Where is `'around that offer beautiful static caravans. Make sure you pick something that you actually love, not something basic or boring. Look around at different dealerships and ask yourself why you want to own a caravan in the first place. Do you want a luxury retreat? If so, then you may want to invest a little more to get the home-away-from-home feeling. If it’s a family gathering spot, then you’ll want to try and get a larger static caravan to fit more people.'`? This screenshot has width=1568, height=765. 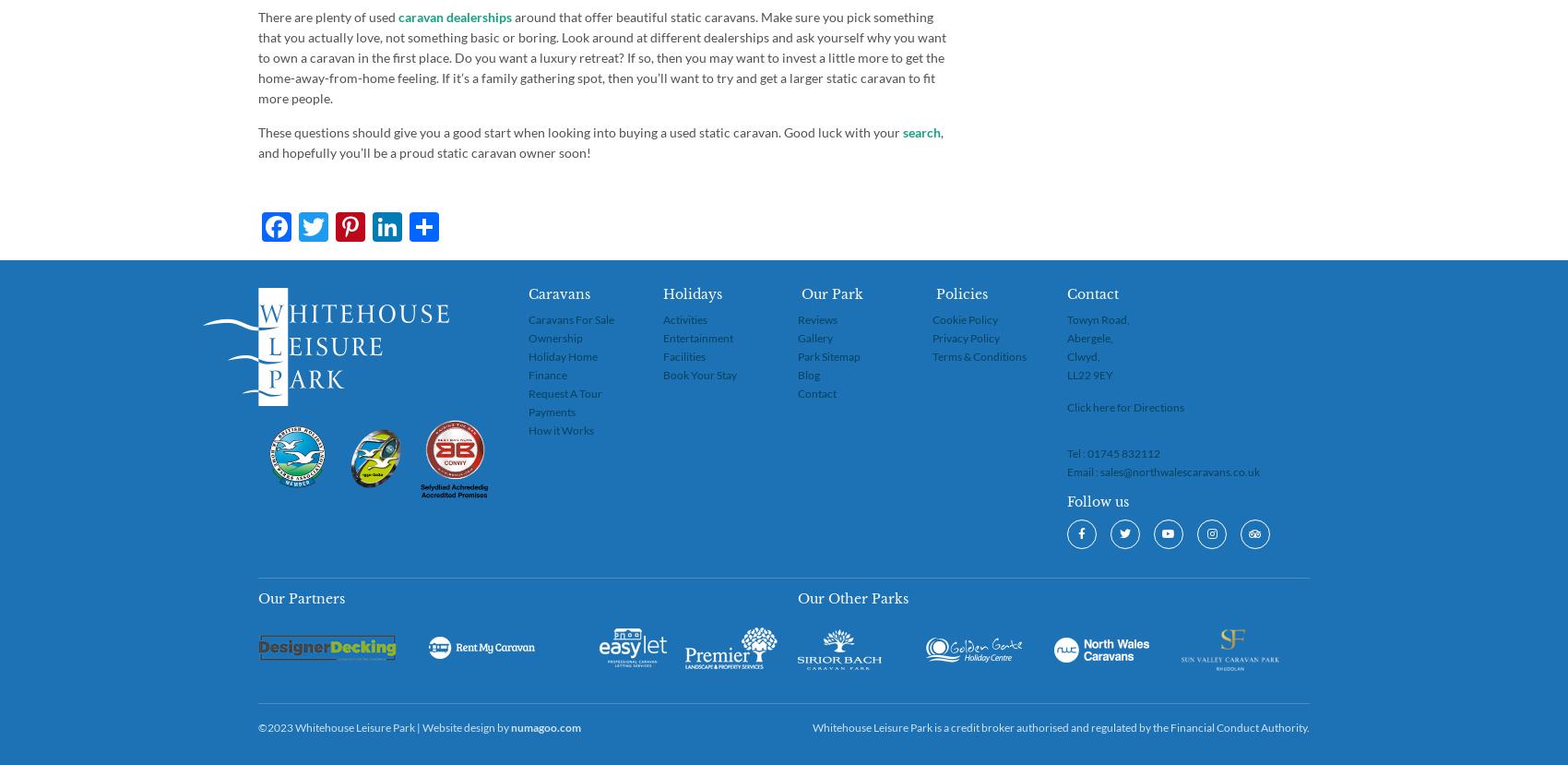
'around that offer beautiful static caravans. Make sure you pick something that you actually love, not something basic or boring. Look around at different dealerships and ask yourself why you want to own a caravan in the first place. Do you want a luxury retreat? If so, then you may want to invest a little more to get the home-away-from-home feeling. If it’s a family gathering spot, then you’ll want to try and get a larger static caravan to fit more people.' is located at coordinates (601, 56).